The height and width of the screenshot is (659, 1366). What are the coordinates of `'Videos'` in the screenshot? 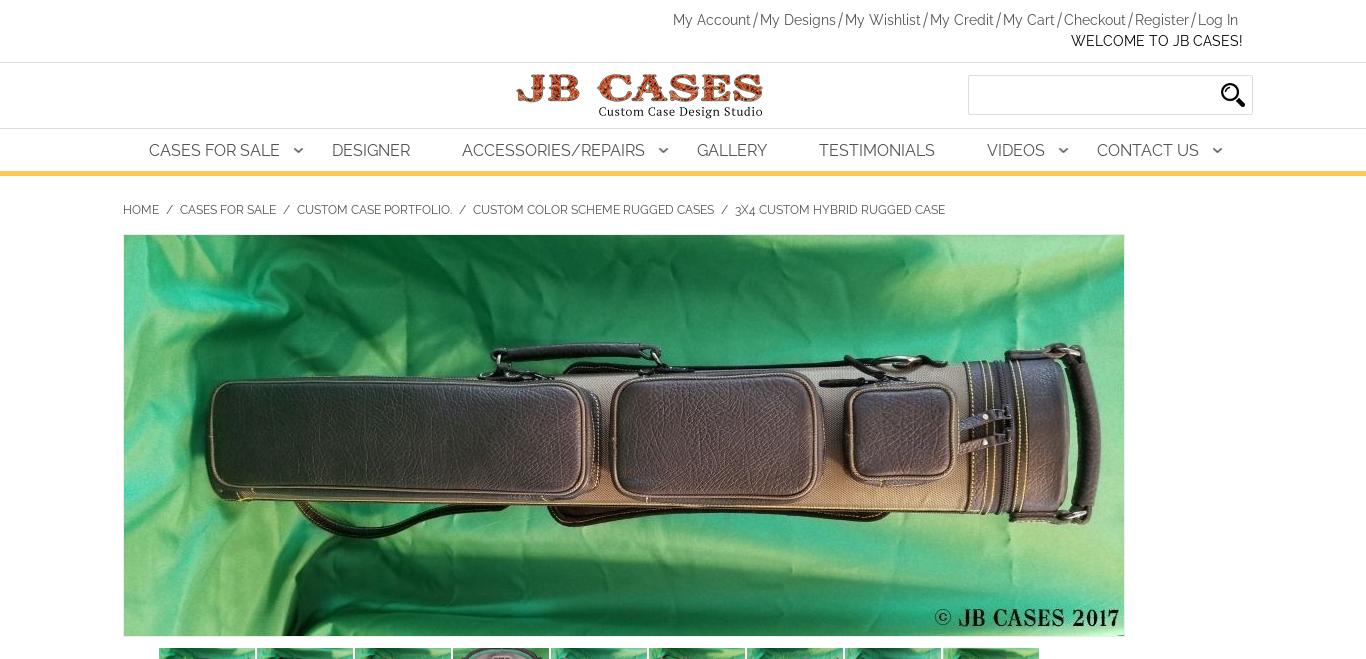 It's located at (1016, 149).